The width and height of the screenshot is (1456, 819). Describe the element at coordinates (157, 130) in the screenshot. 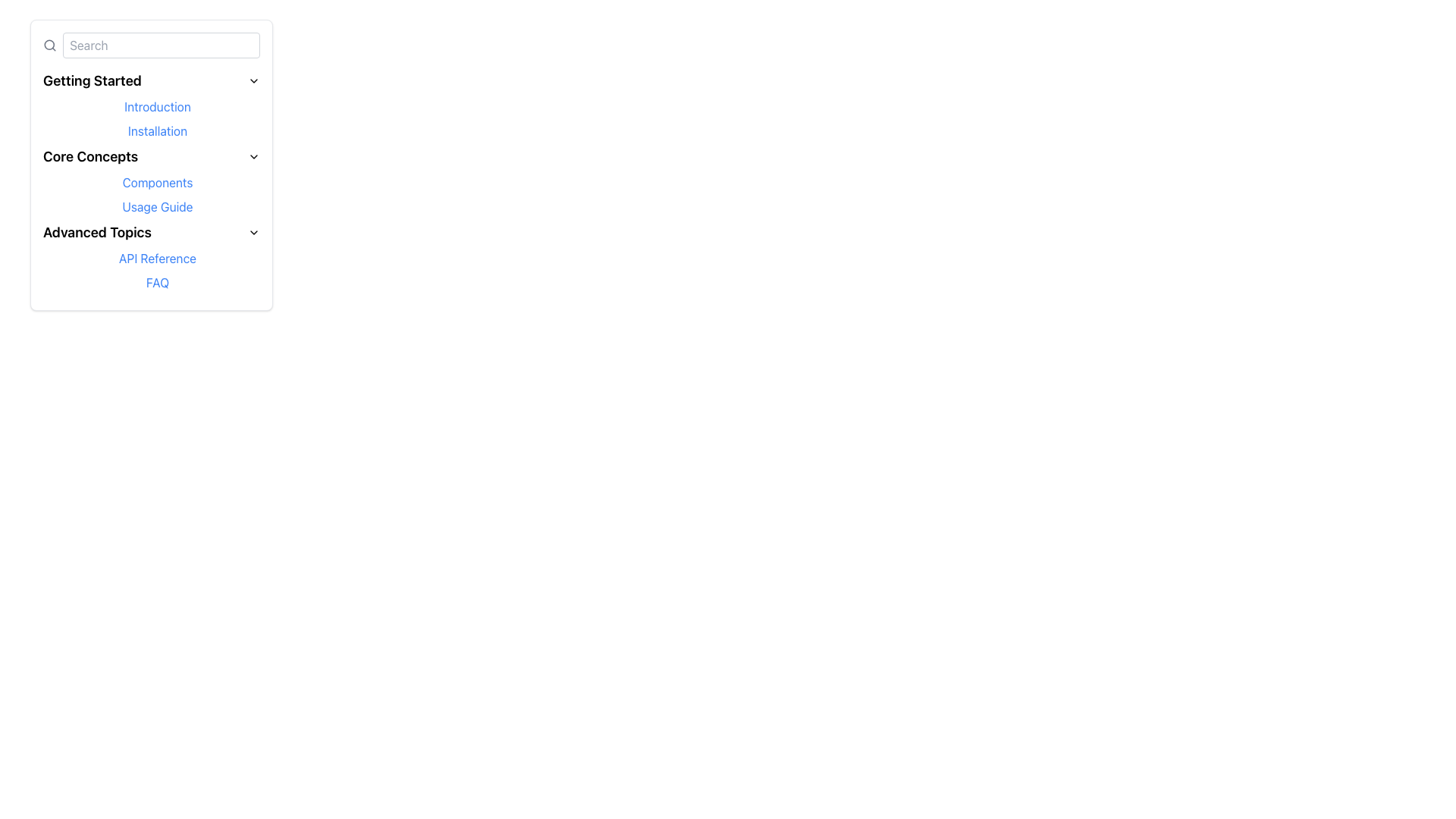

I see `the 'Installation' hyperlink styled in blue and underlined, located directly below the 'Introduction' element in the 'Getting Started' section` at that location.